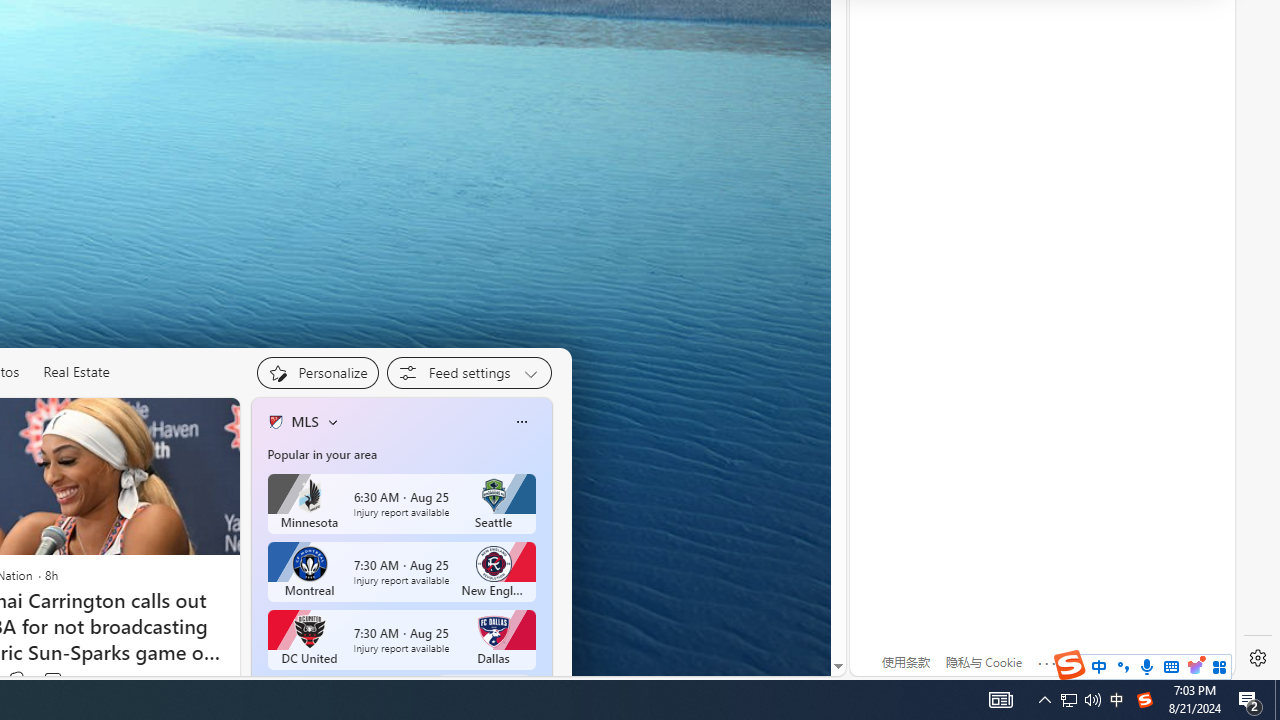  What do you see at coordinates (521, 420) in the screenshot?
I see `'Class: icon-img'` at bounding box center [521, 420].